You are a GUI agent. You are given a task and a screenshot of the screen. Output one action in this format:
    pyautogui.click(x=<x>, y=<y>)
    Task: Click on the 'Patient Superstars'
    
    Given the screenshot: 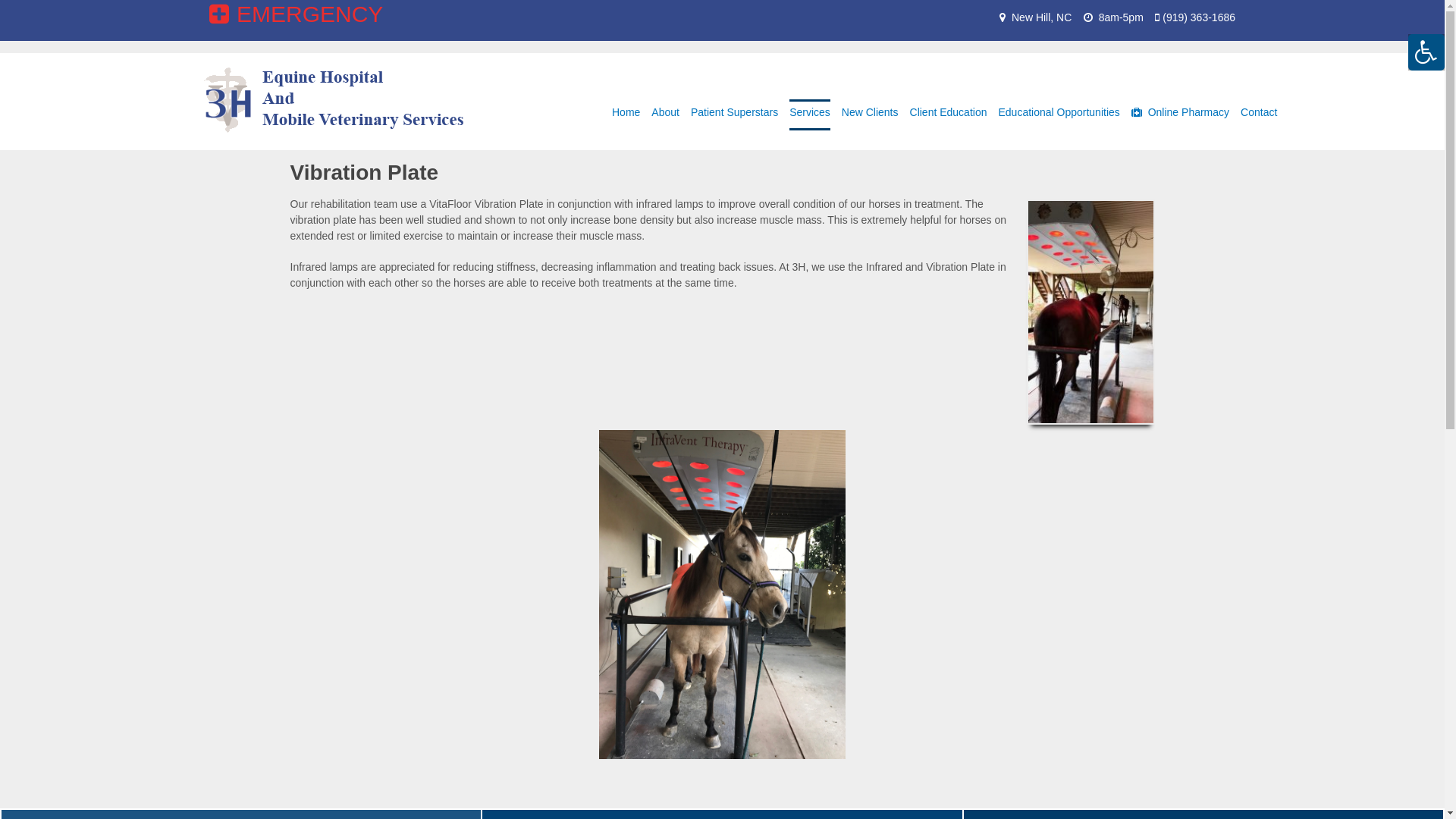 What is the action you would take?
    pyautogui.click(x=734, y=118)
    